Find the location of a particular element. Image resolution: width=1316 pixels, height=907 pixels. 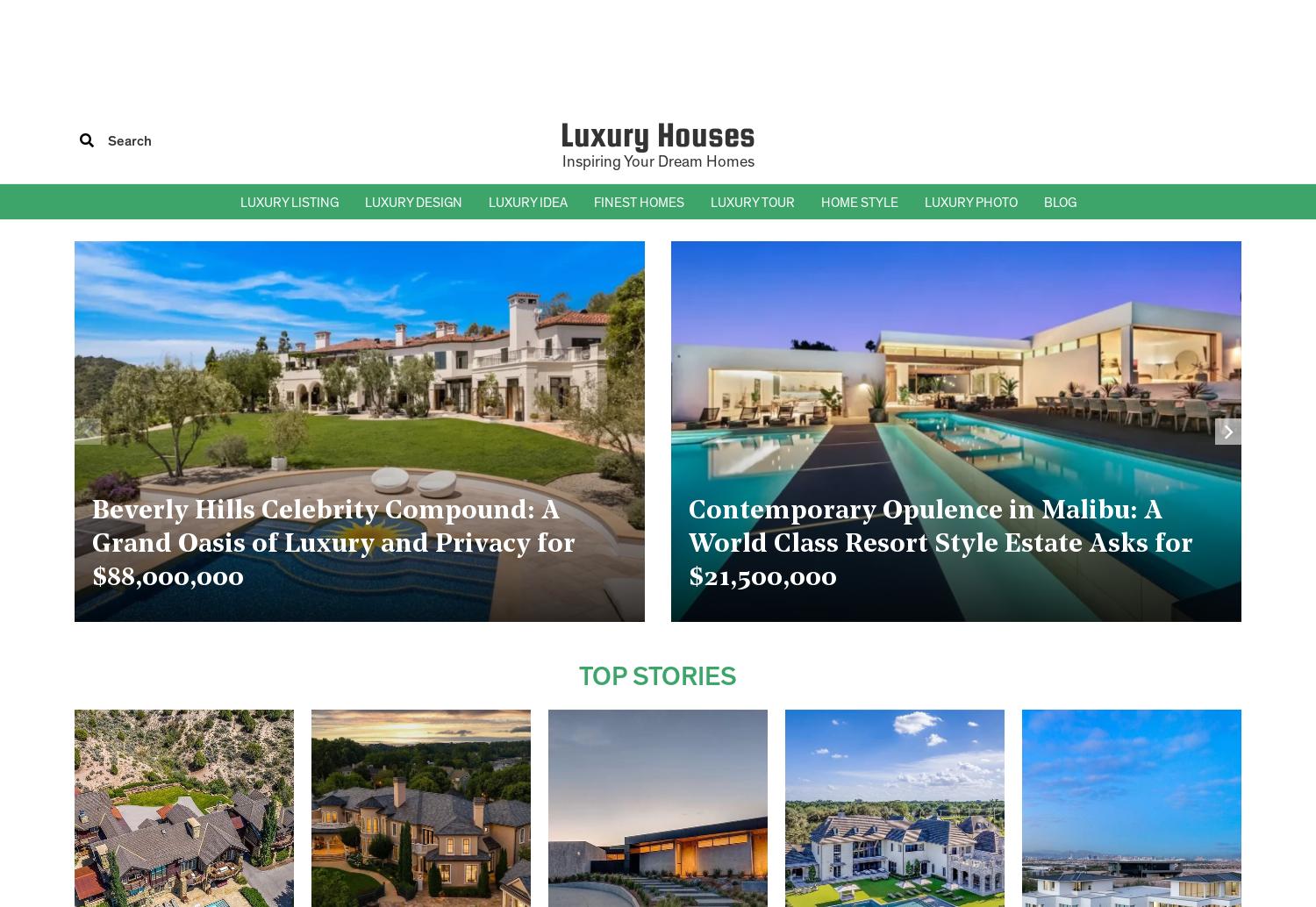

'– Transitional Homes' is located at coordinates (874, 344).